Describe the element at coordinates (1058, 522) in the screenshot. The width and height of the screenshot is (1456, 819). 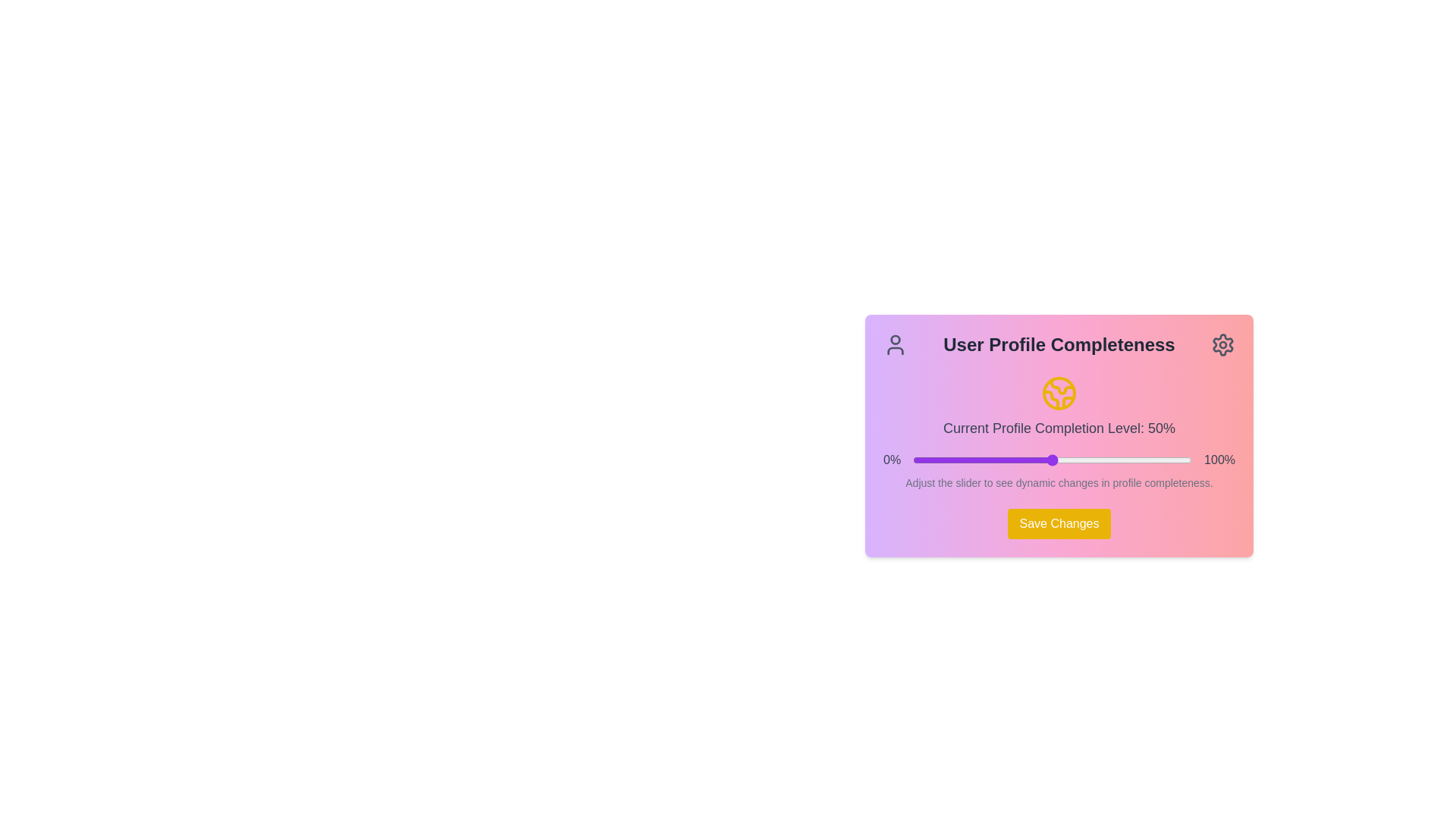
I see `the 'Save Changes' button located at the bottom of the 'User Profile Completeness' card, below the 'Current Profile Completion Level: 50%' slider` at that location.